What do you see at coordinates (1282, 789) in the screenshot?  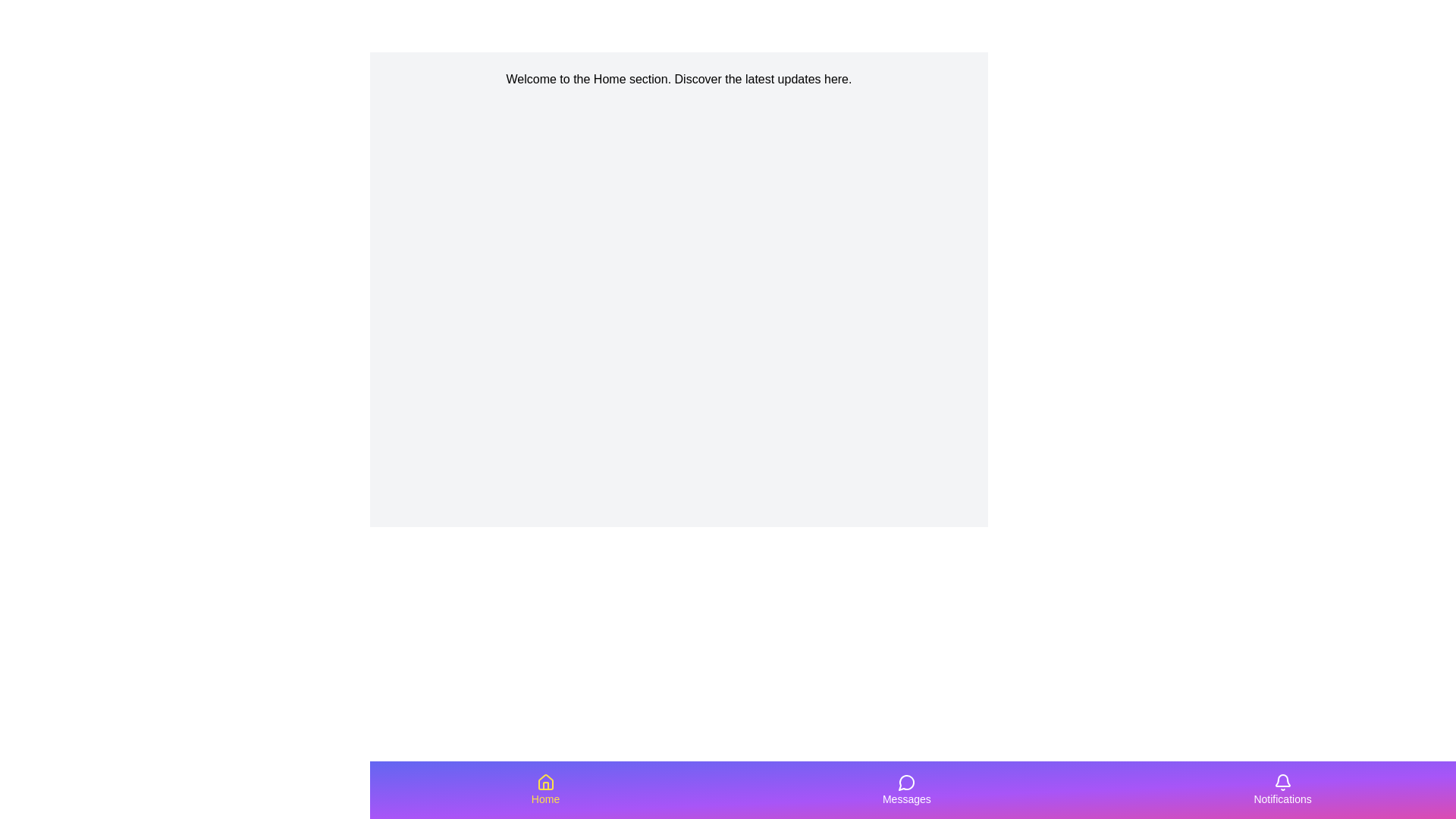 I see `the 'Notifications' button located in the bottom navigation bar, which is the third item from the left` at bounding box center [1282, 789].